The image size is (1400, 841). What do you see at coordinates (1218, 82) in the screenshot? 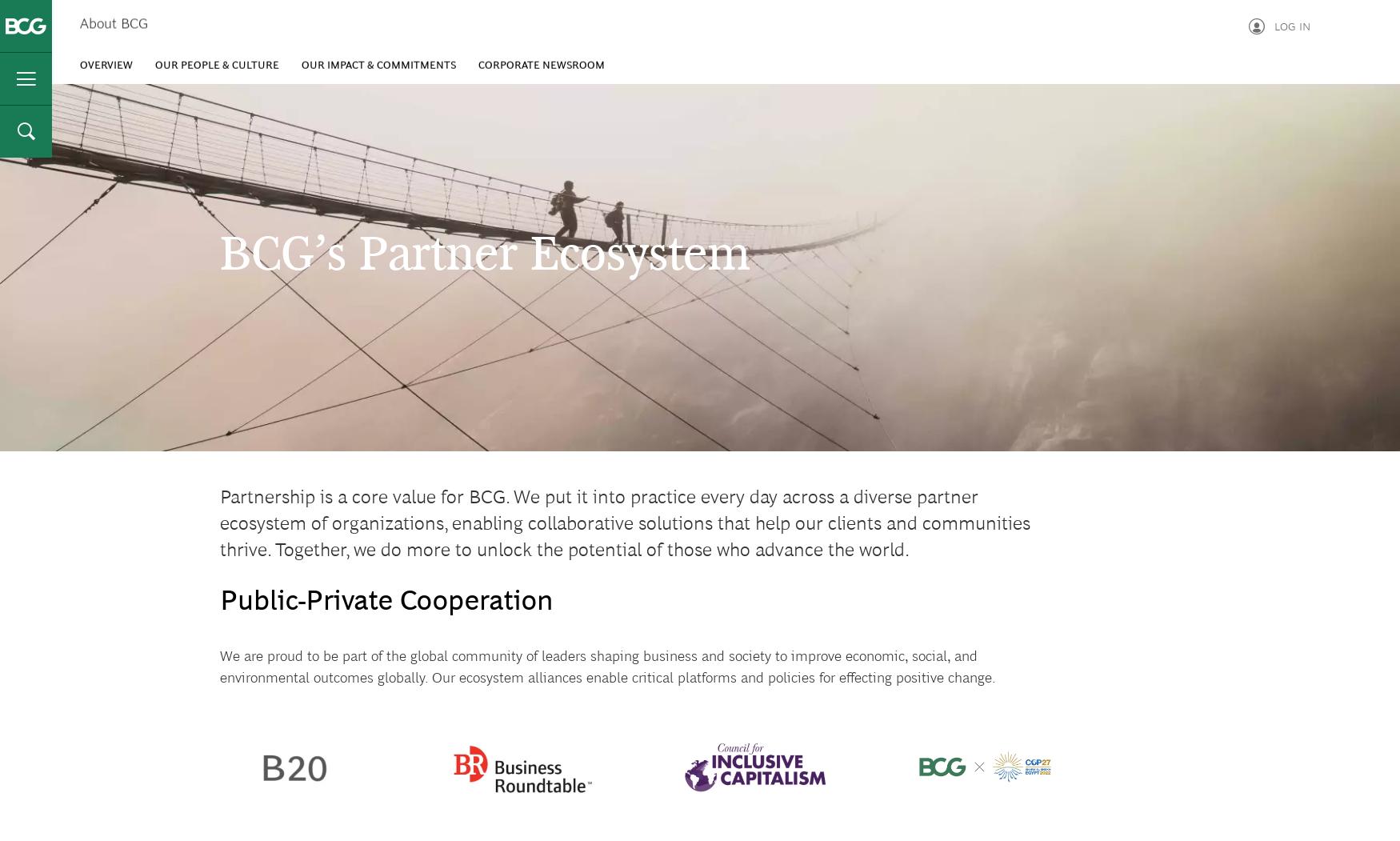
I see `'View Profile'` at bounding box center [1218, 82].